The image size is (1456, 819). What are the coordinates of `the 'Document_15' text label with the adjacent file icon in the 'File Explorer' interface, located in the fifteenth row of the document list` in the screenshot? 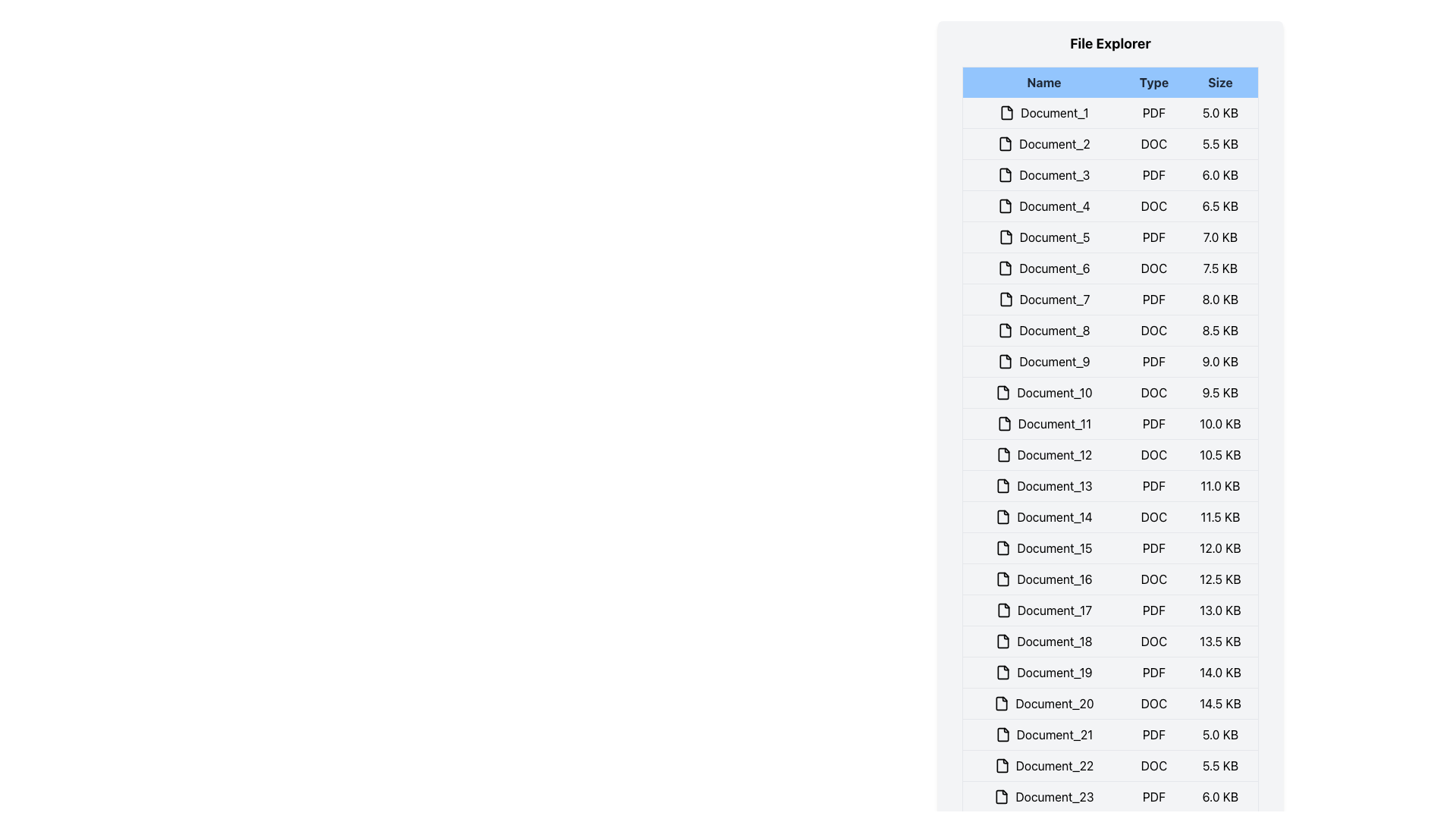 It's located at (1043, 548).